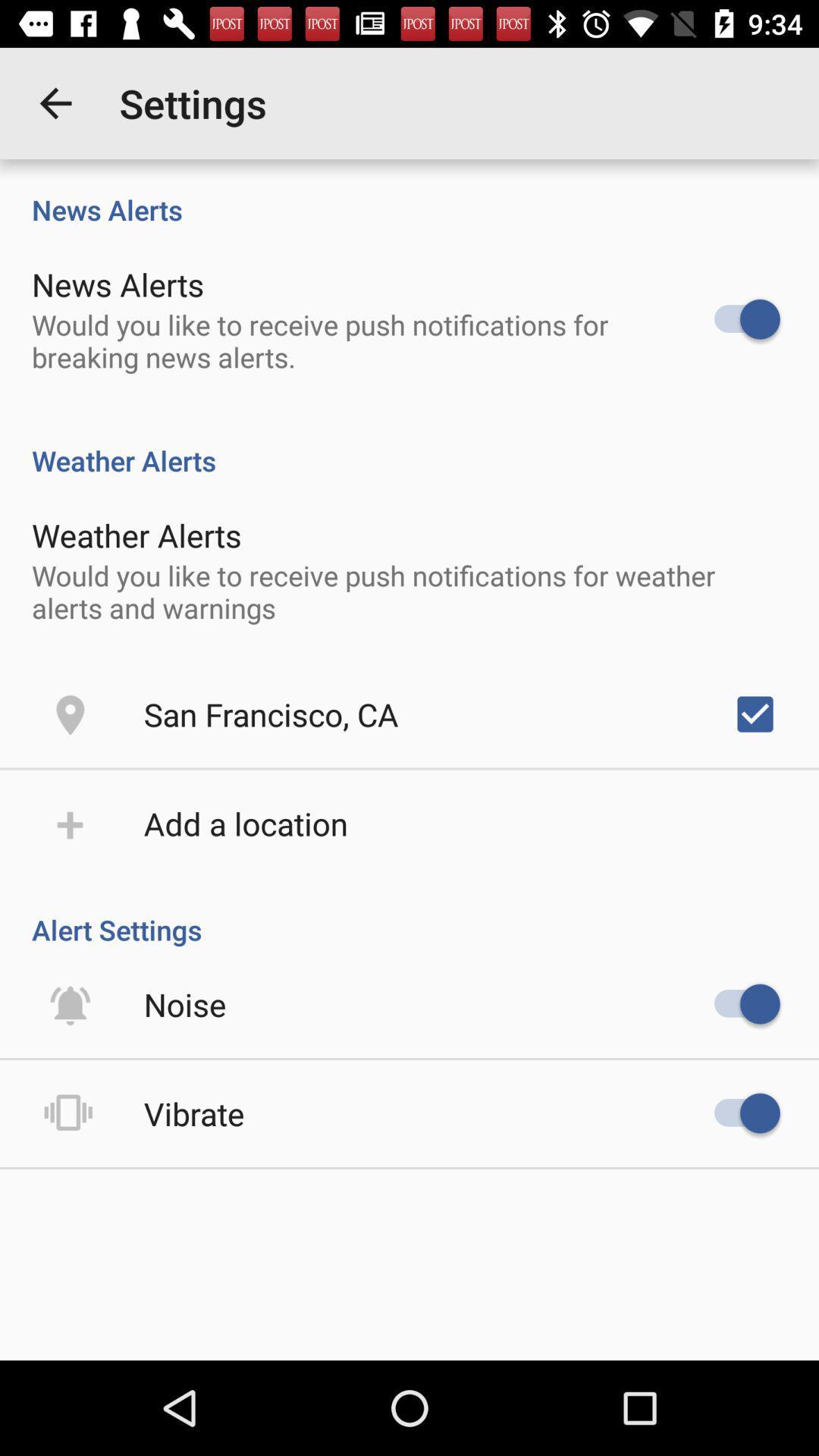 The height and width of the screenshot is (1456, 819). What do you see at coordinates (184, 1004) in the screenshot?
I see `icon above the vibrate item` at bounding box center [184, 1004].